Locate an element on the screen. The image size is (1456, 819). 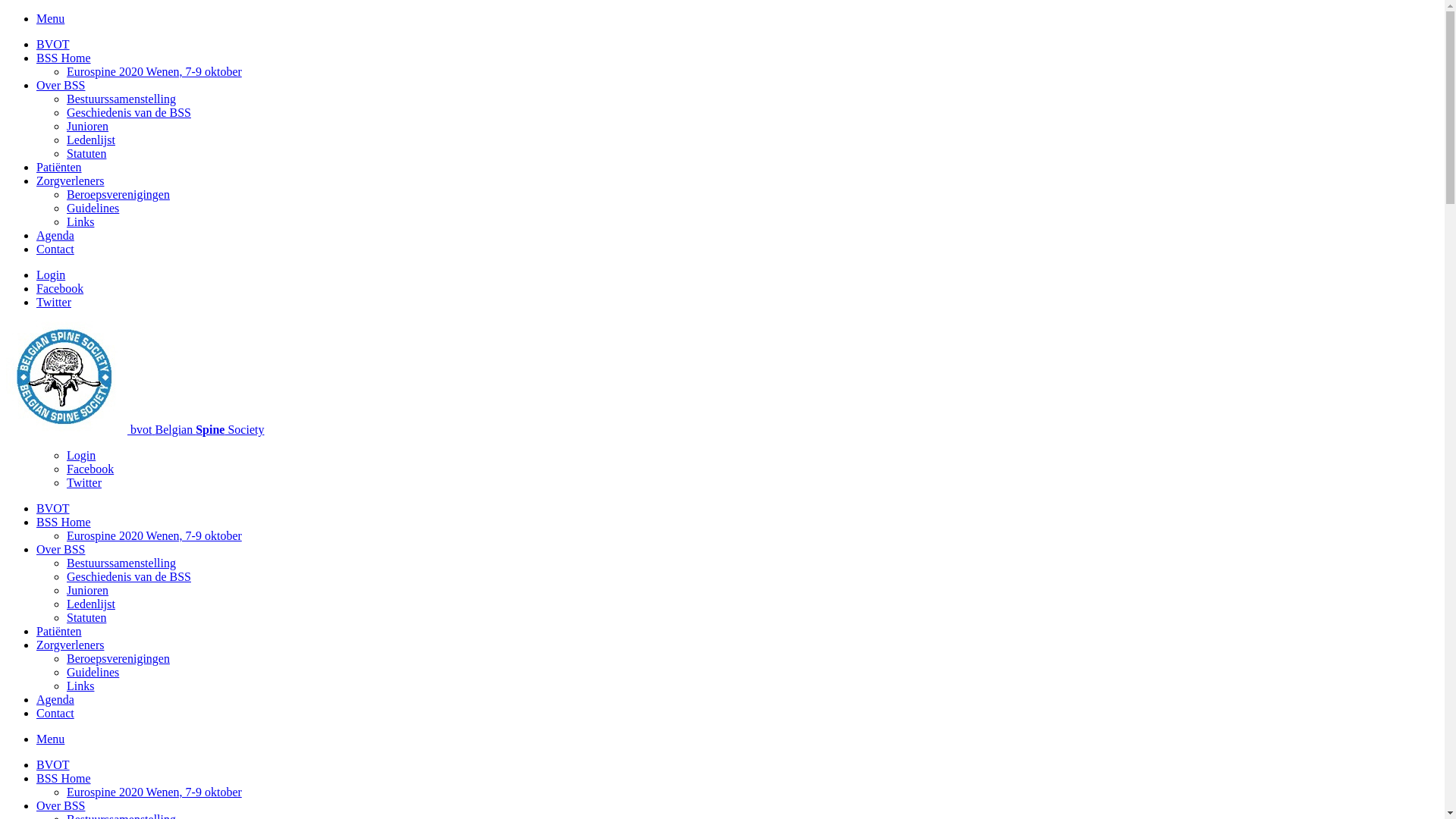
'BSS Home' is located at coordinates (36, 778).